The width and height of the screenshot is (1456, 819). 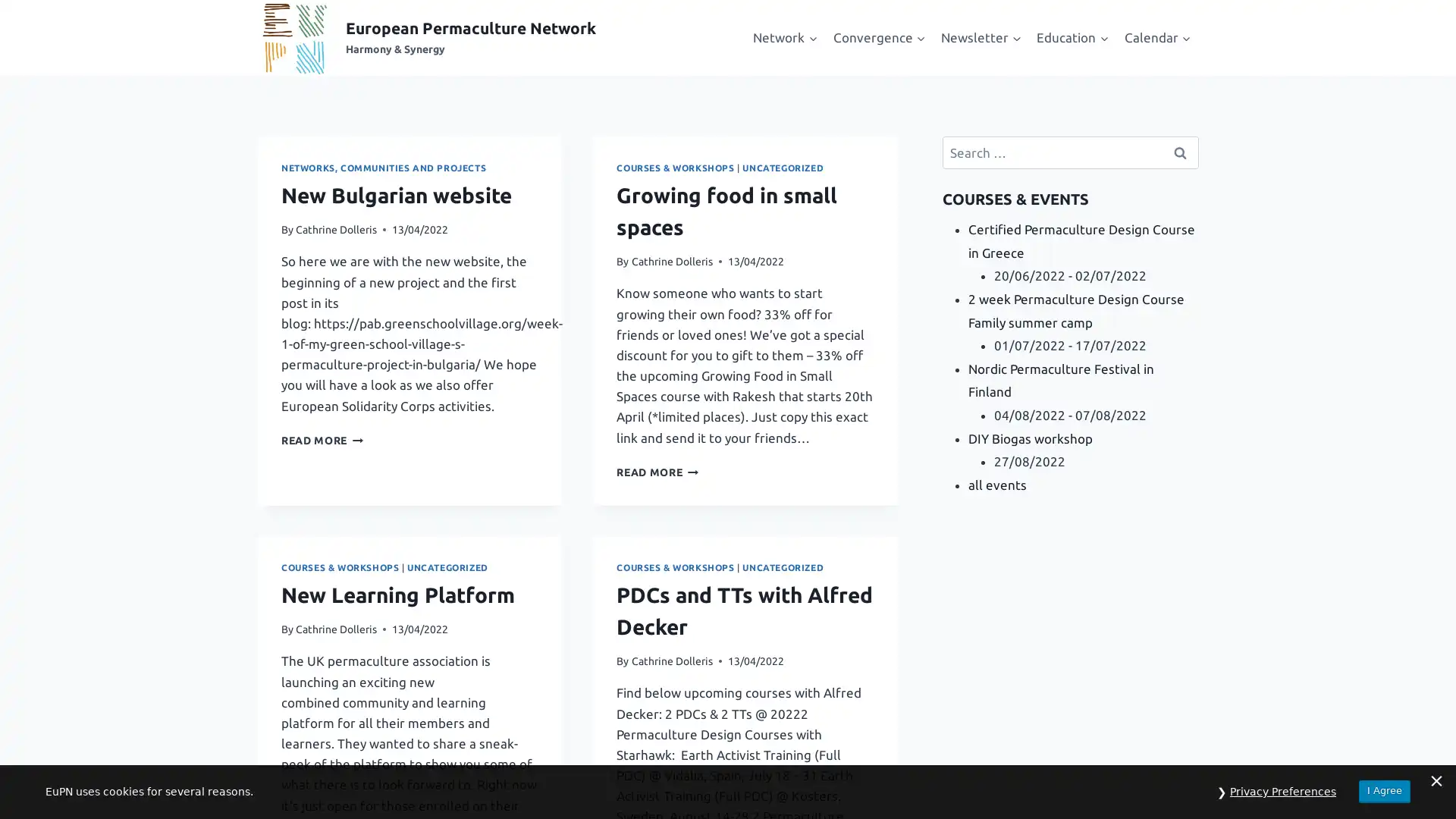 What do you see at coordinates (1156, 36) in the screenshot?
I see `Expand child menu` at bounding box center [1156, 36].